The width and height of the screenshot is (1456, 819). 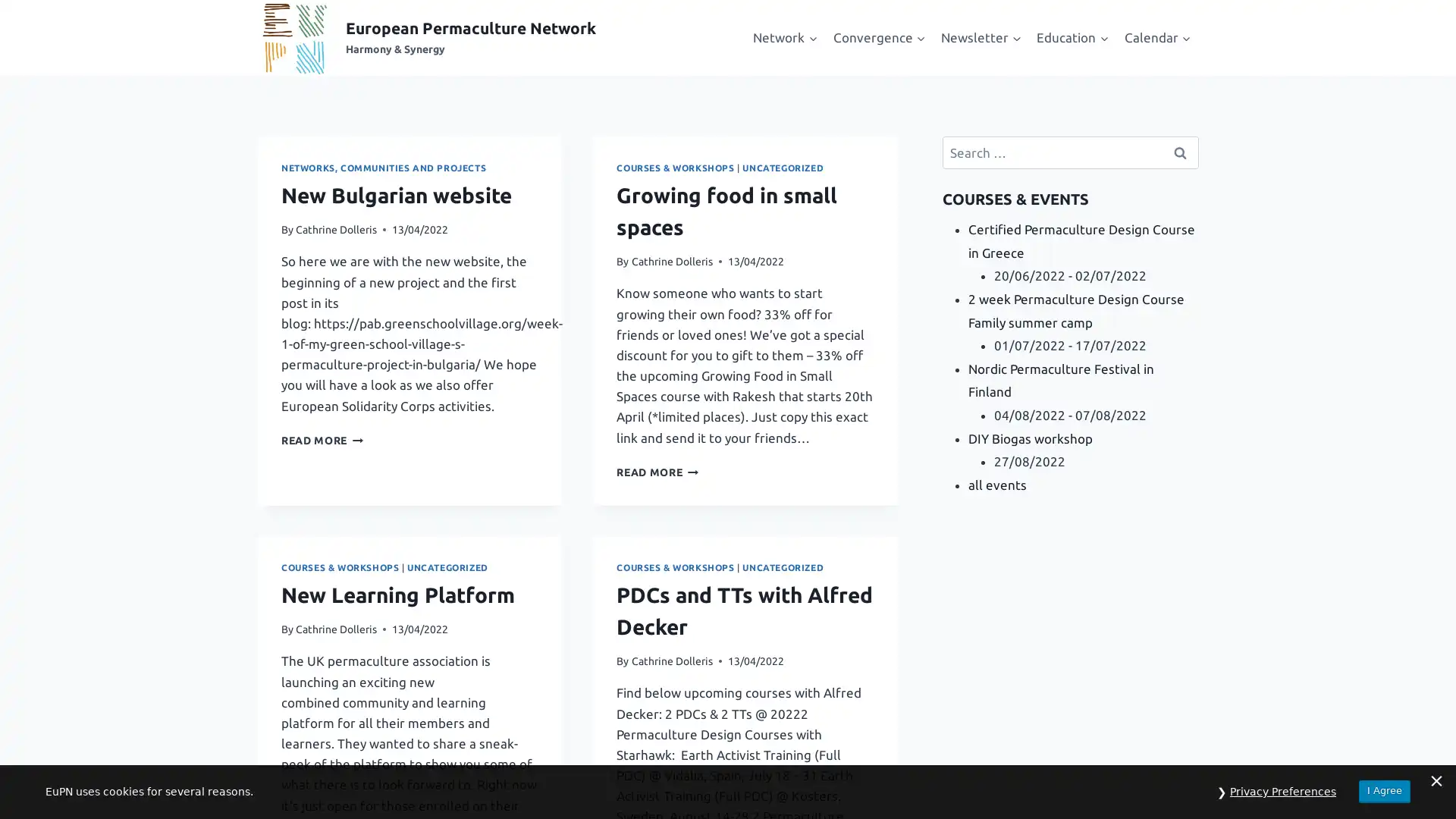 What do you see at coordinates (1156, 36) in the screenshot?
I see `Expand child menu` at bounding box center [1156, 36].